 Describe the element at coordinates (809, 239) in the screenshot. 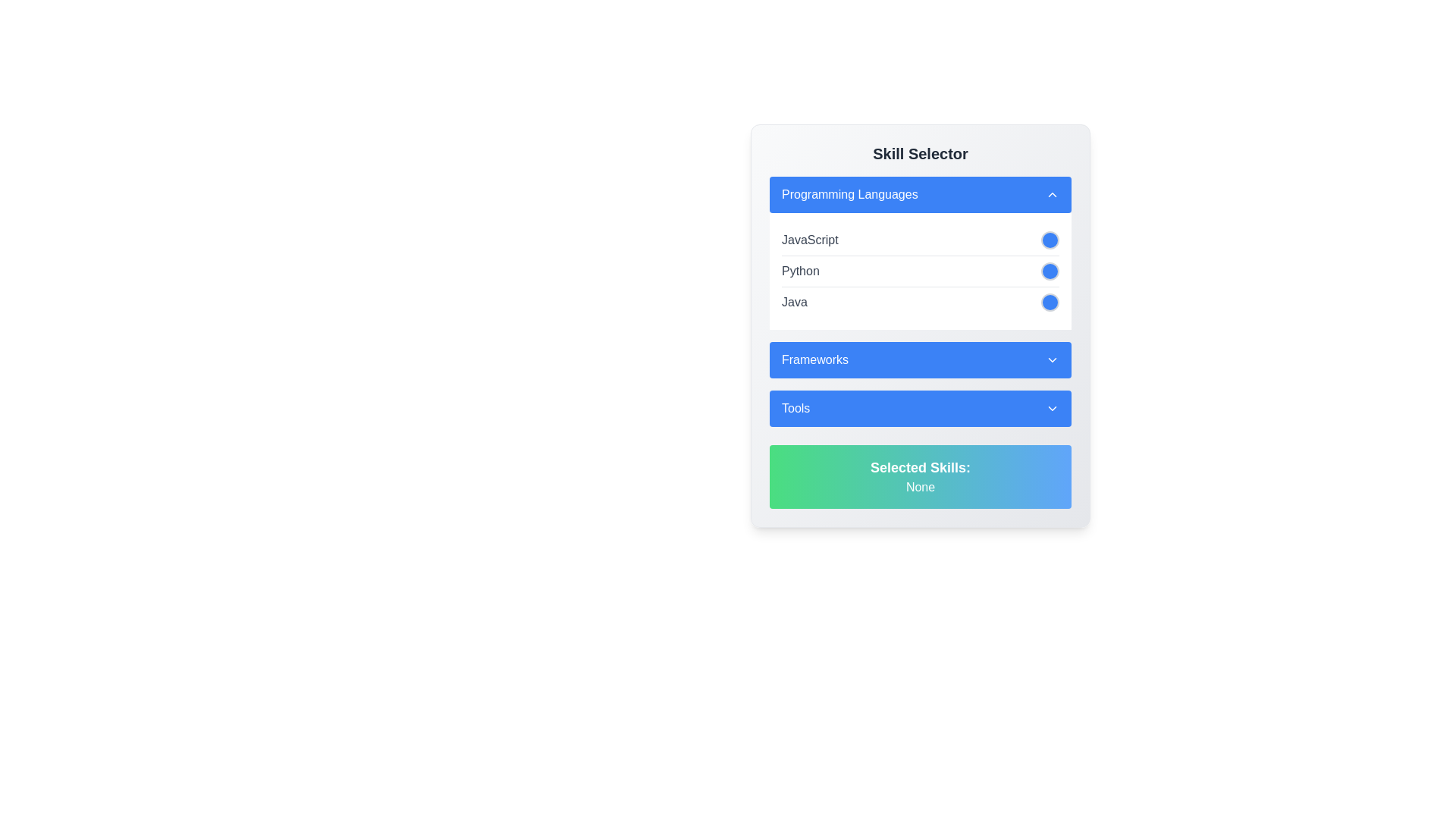

I see `the 'Programming Languages' section in the skill selector widget` at that location.